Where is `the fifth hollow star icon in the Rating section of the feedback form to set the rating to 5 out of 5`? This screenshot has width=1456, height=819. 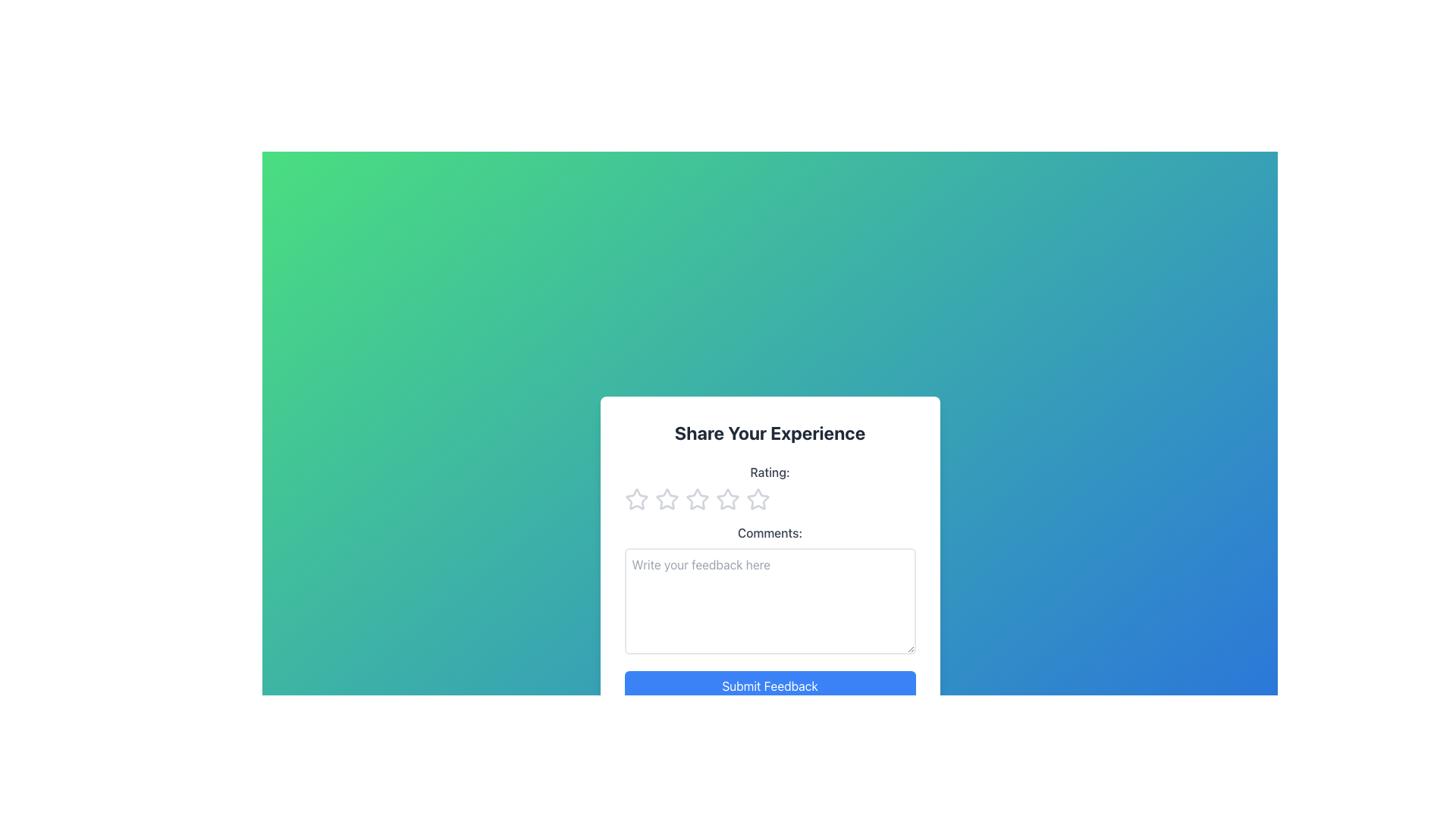
the fifth hollow star icon in the Rating section of the feedback form to set the rating to 5 out of 5 is located at coordinates (758, 500).